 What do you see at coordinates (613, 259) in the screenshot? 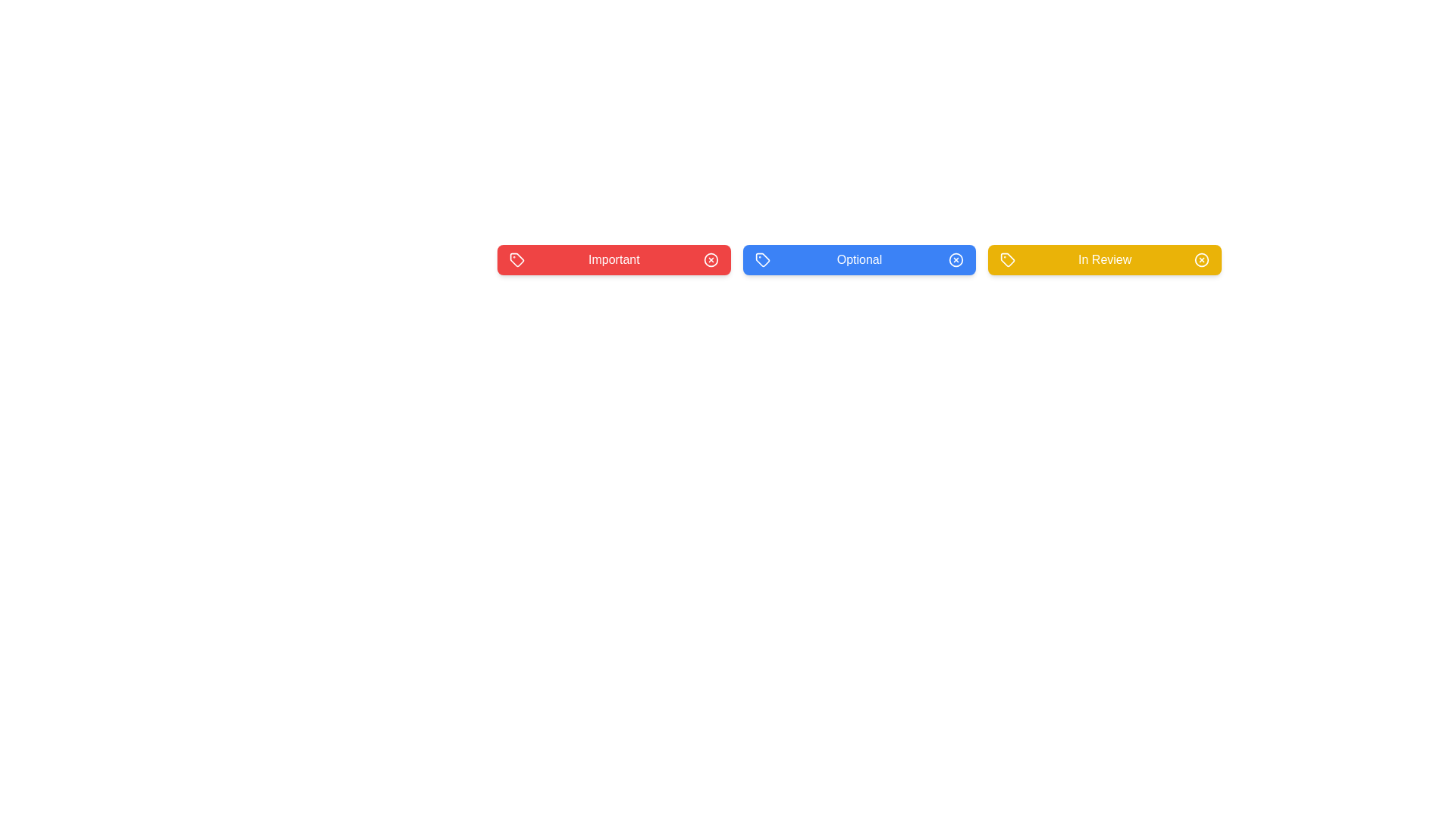
I see `the background of the Important tag` at bounding box center [613, 259].